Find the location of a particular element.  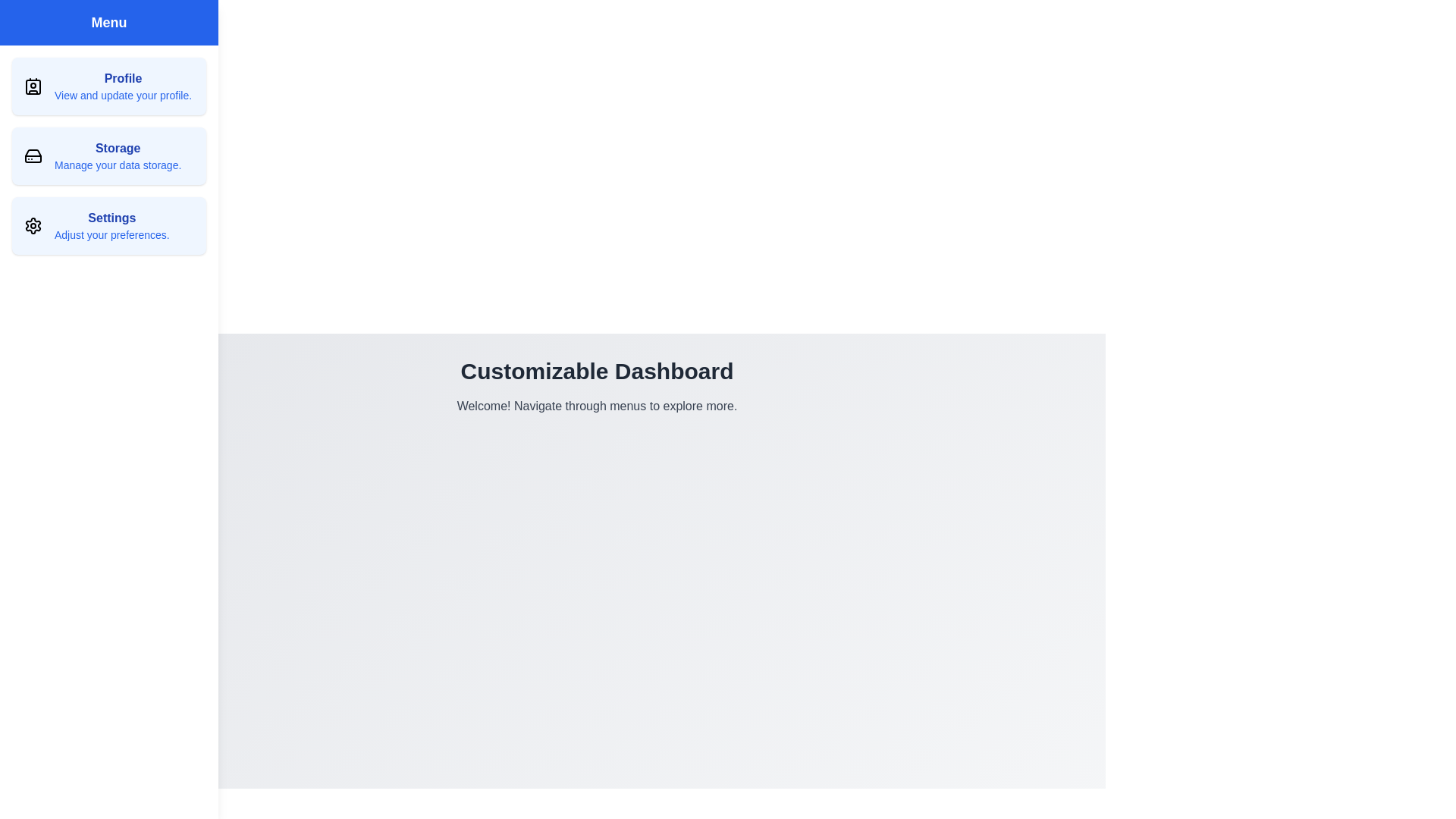

the menu item Storage is located at coordinates (108, 155).